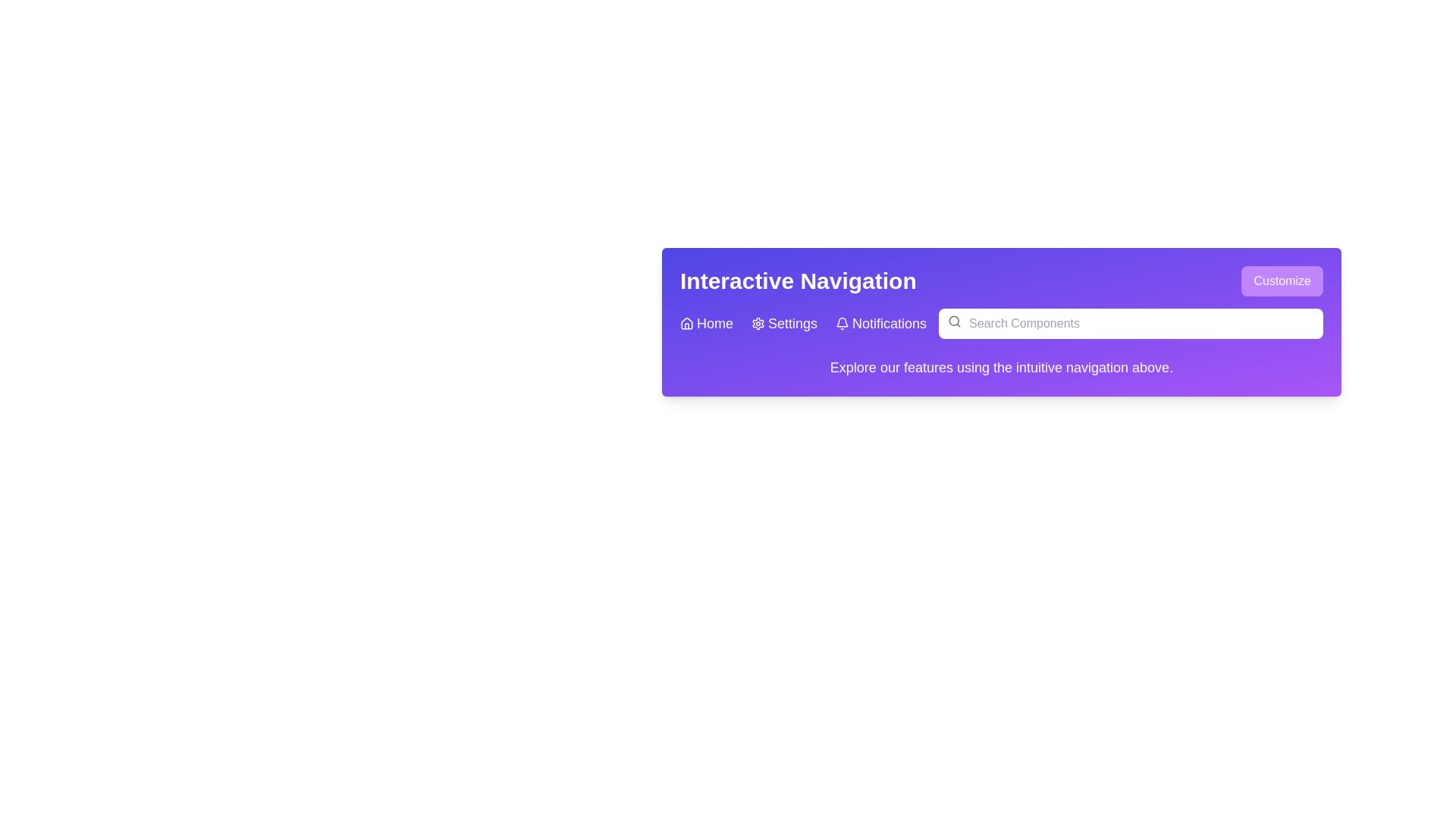  Describe the element at coordinates (758, 323) in the screenshot. I see `the 'Settings' icon located in the navigation bar` at that location.